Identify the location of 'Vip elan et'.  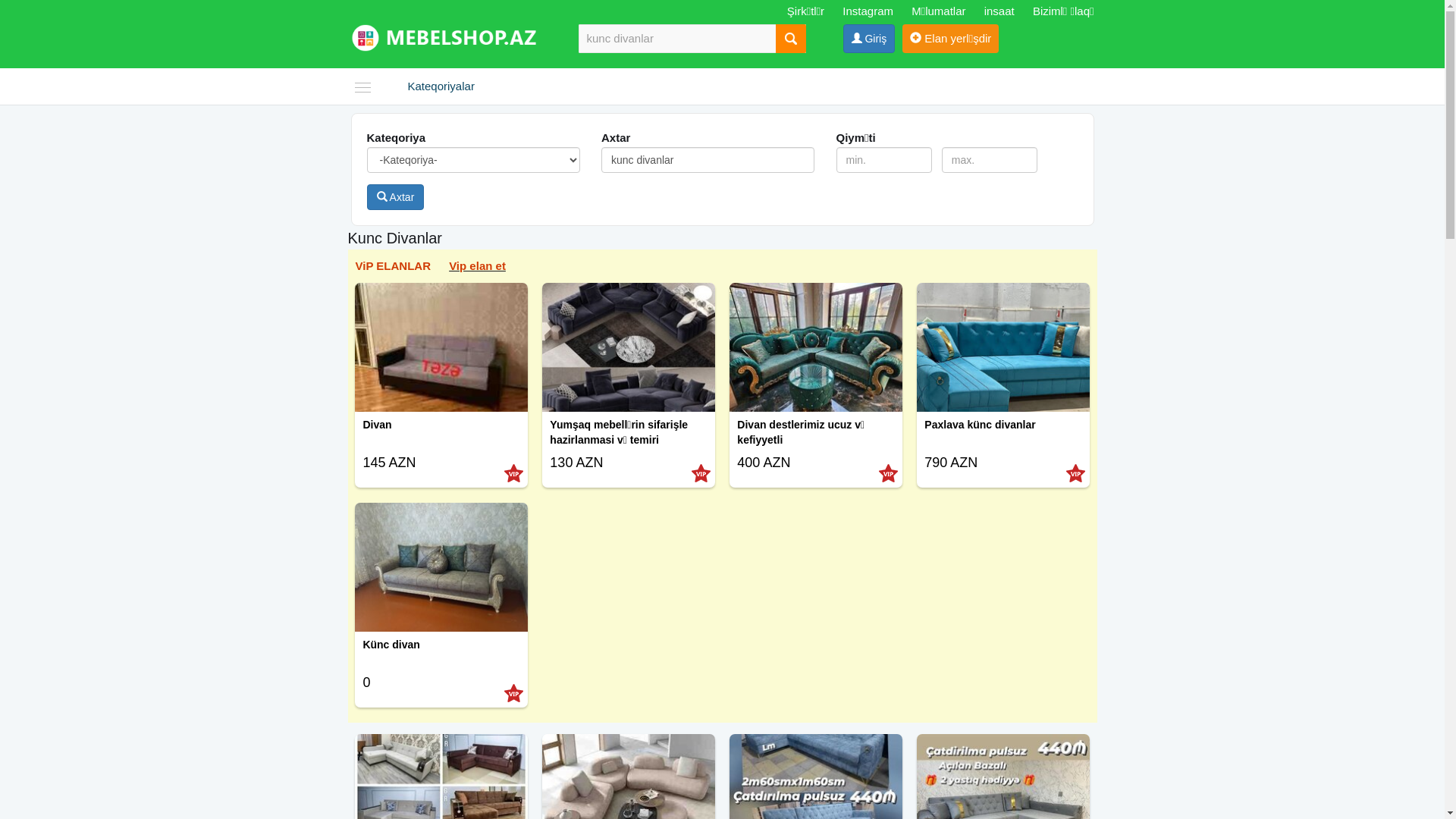
(476, 265).